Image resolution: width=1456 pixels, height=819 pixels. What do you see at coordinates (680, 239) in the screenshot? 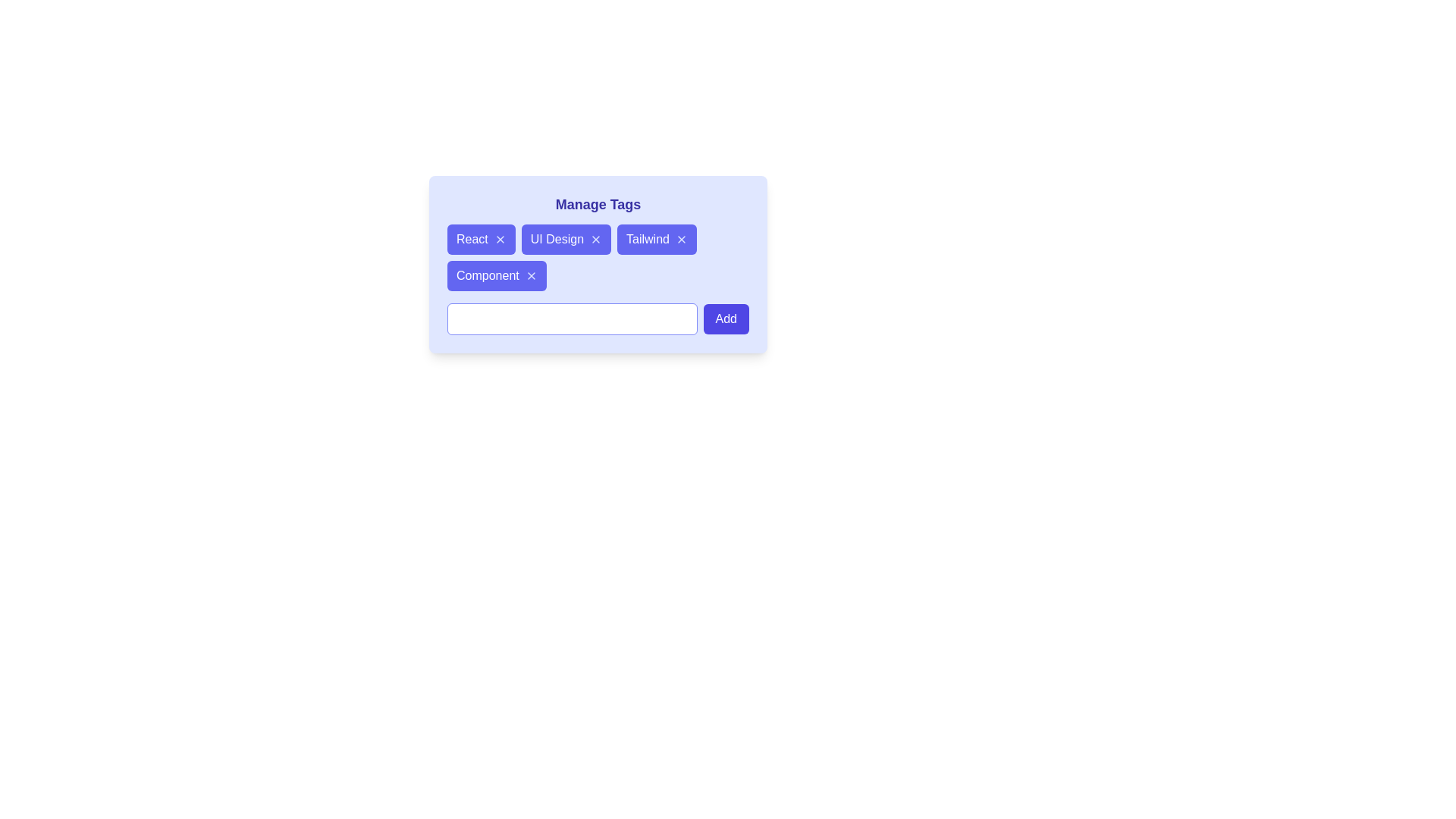
I see `the close button of the tag labeled Tailwind to remove it` at bounding box center [680, 239].